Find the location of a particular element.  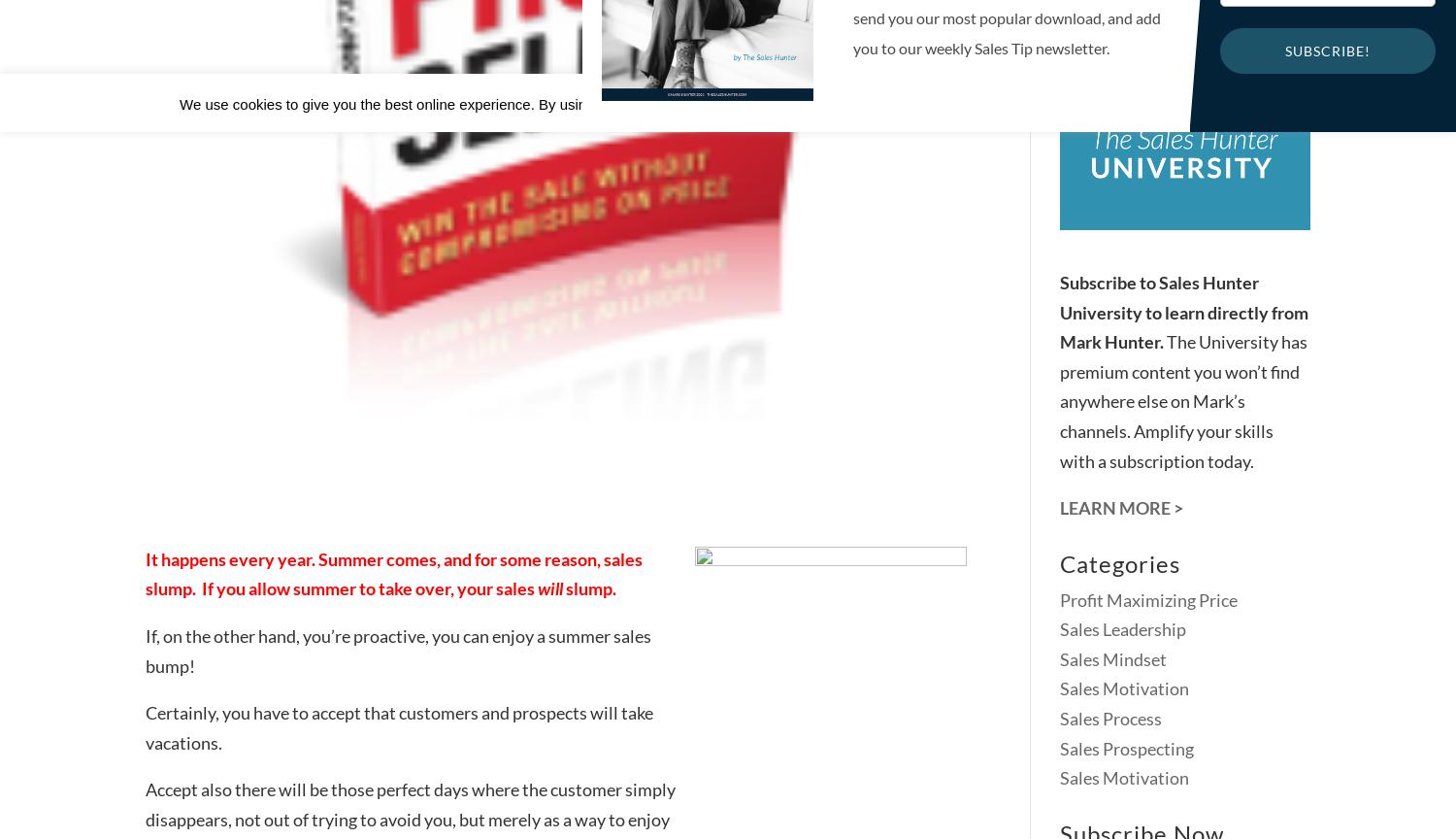

'We use cookies to give you the best online experience. By using our website, you agree to our use of cookies in accordance with our privacy policy.' is located at coordinates (655, 104).